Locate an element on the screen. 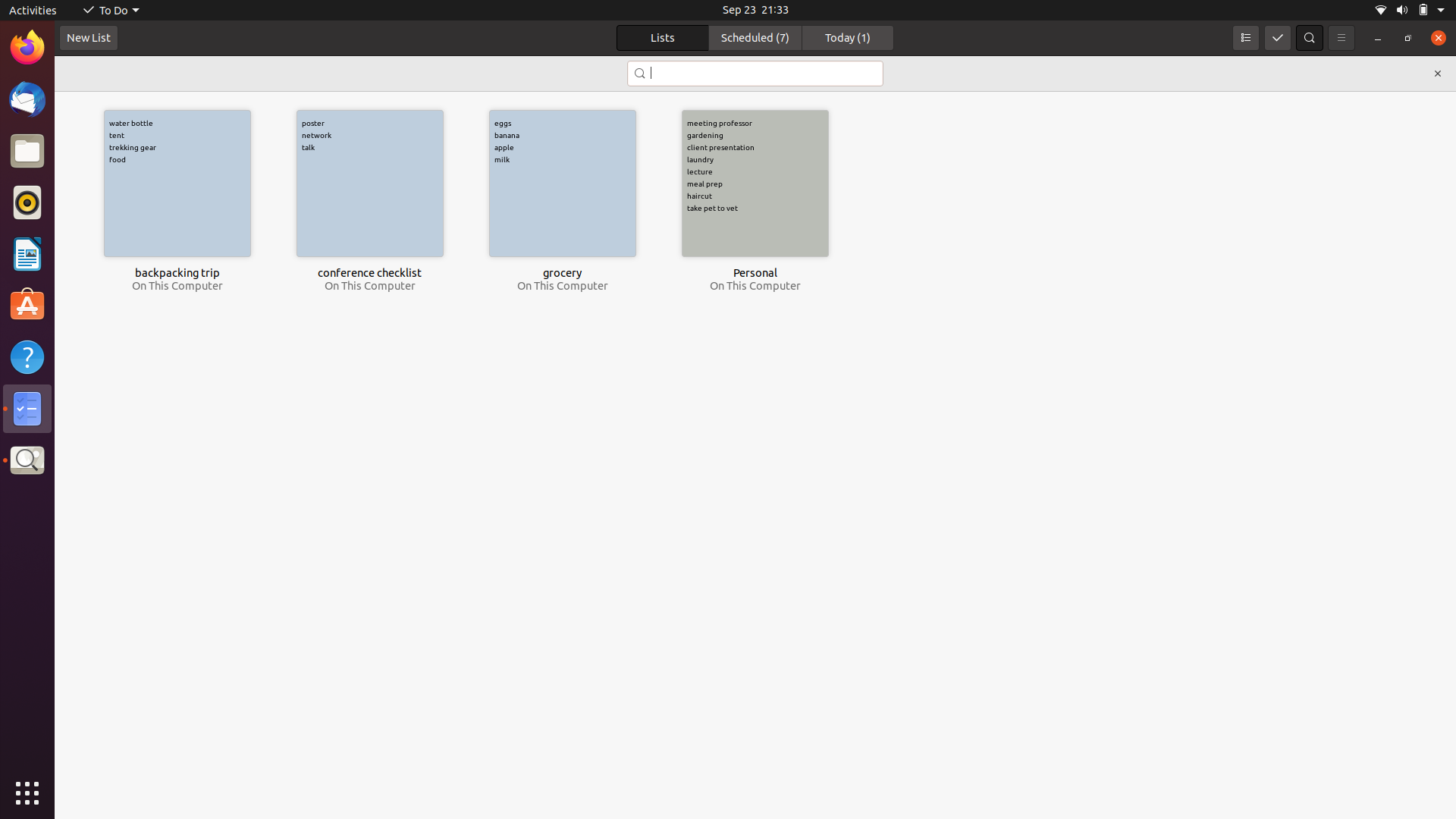 Image resolution: width=1456 pixels, height=819 pixels. Start the operation of fabricating a new list is located at coordinates (87, 38).